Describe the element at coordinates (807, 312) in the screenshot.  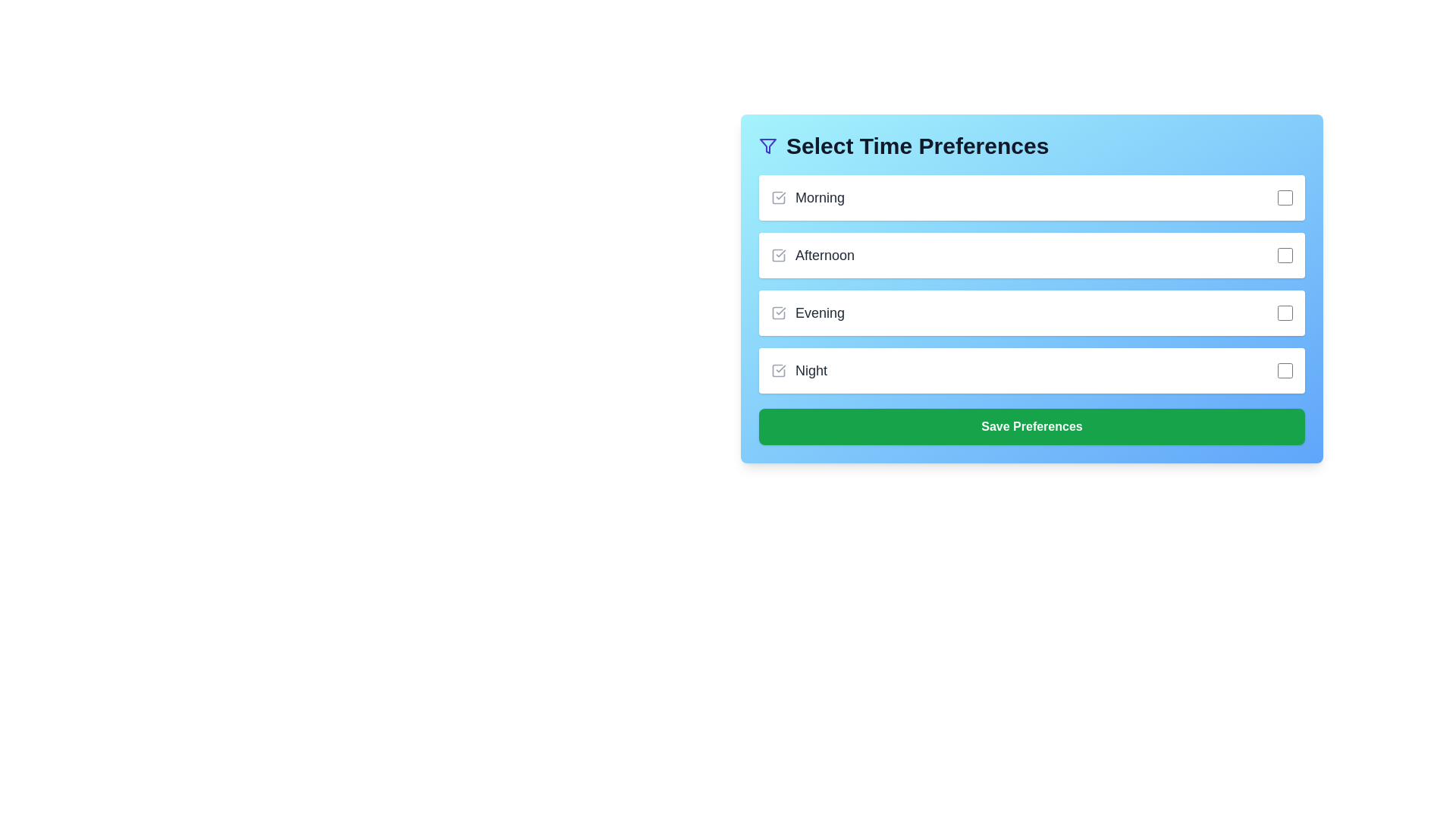
I see `text of the label that indicates the 'Evening' time preference, which is the third item in the vertical list of options for time preferences` at that location.